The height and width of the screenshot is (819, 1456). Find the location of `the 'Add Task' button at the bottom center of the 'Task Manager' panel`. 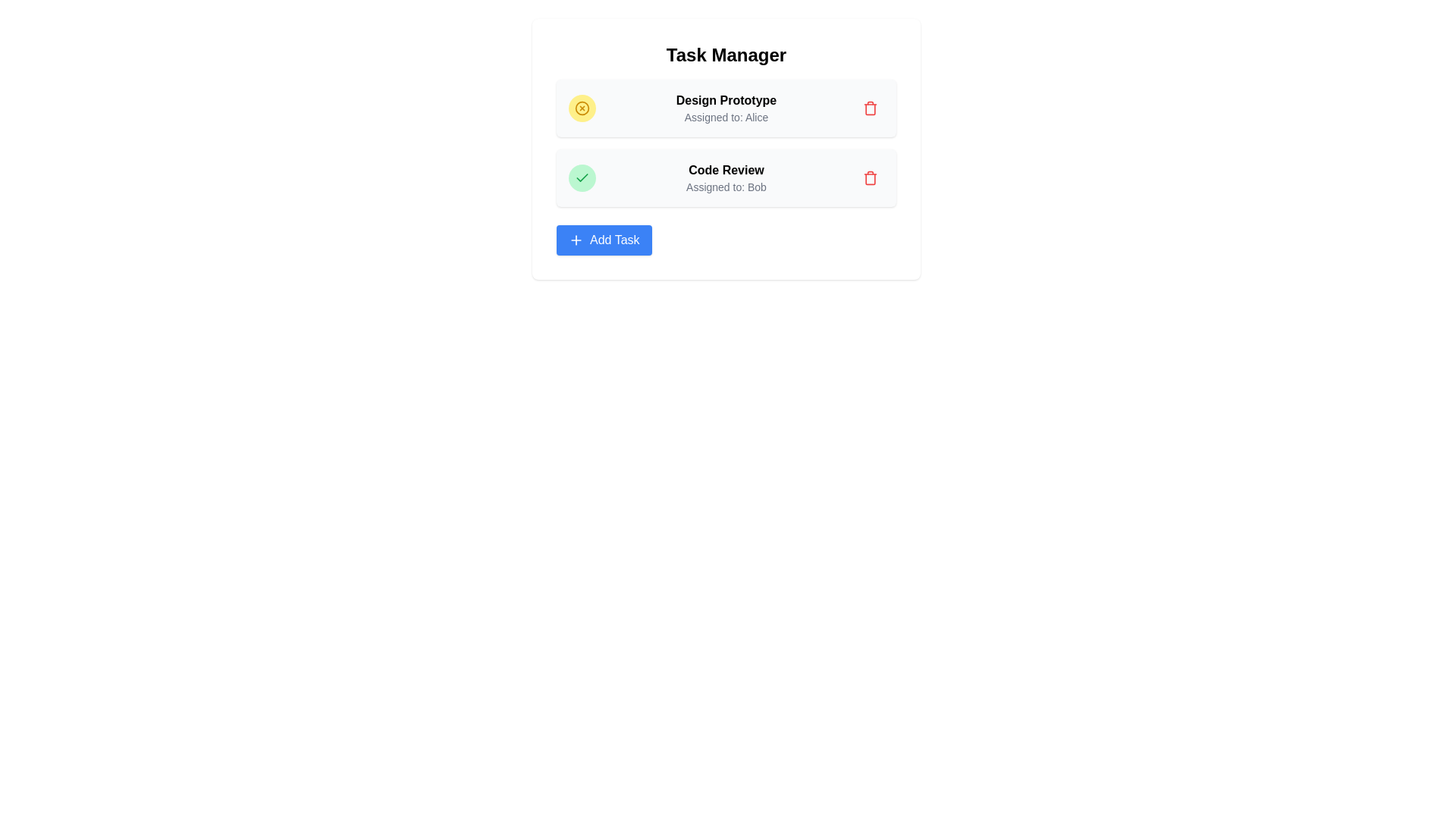

the 'Add Task' button at the bottom center of the 'Task Manager' panel is located at coordinates (603, 239).